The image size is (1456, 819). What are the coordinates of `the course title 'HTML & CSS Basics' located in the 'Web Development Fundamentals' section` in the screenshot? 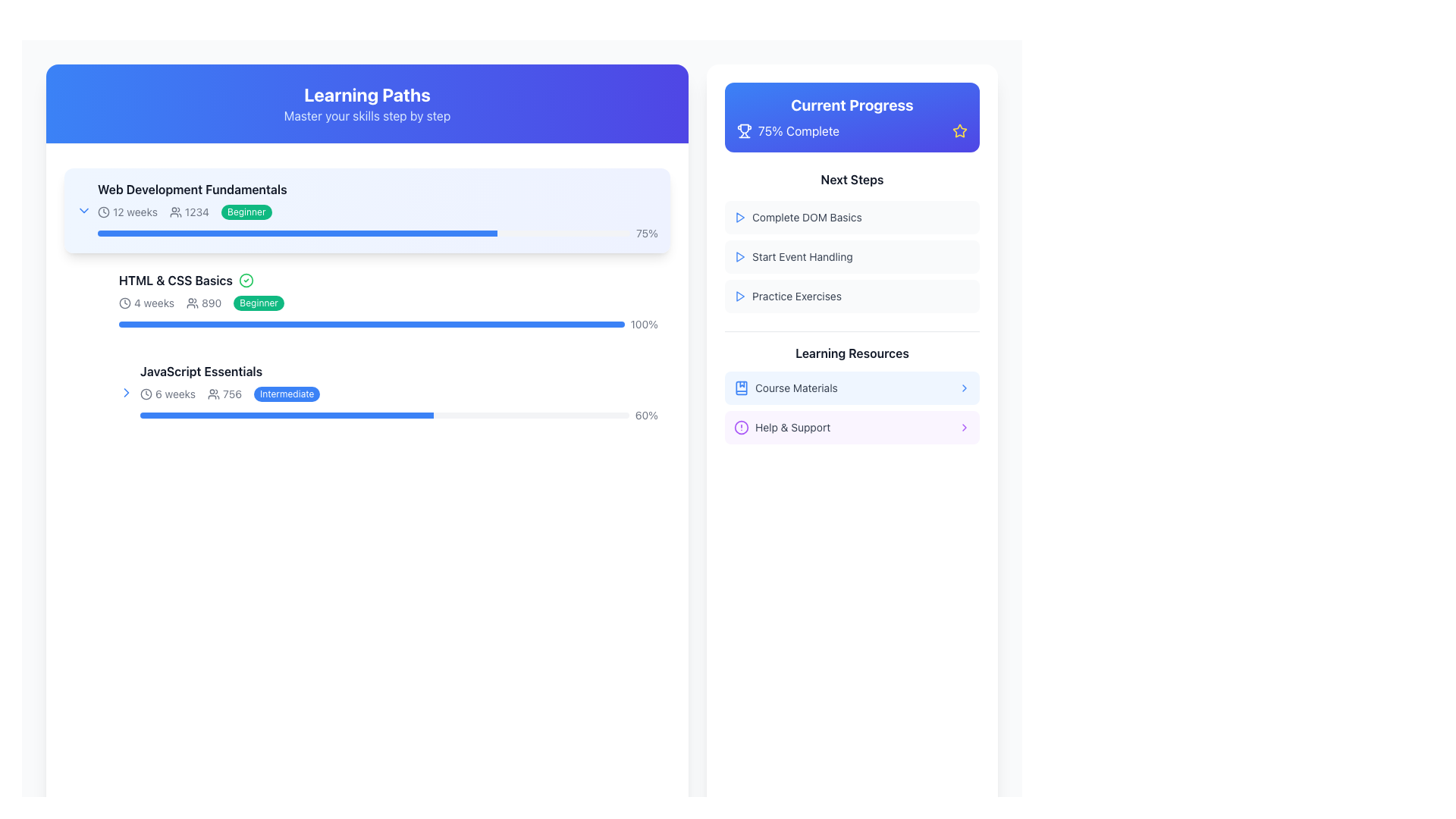 It's located at (388, 281).